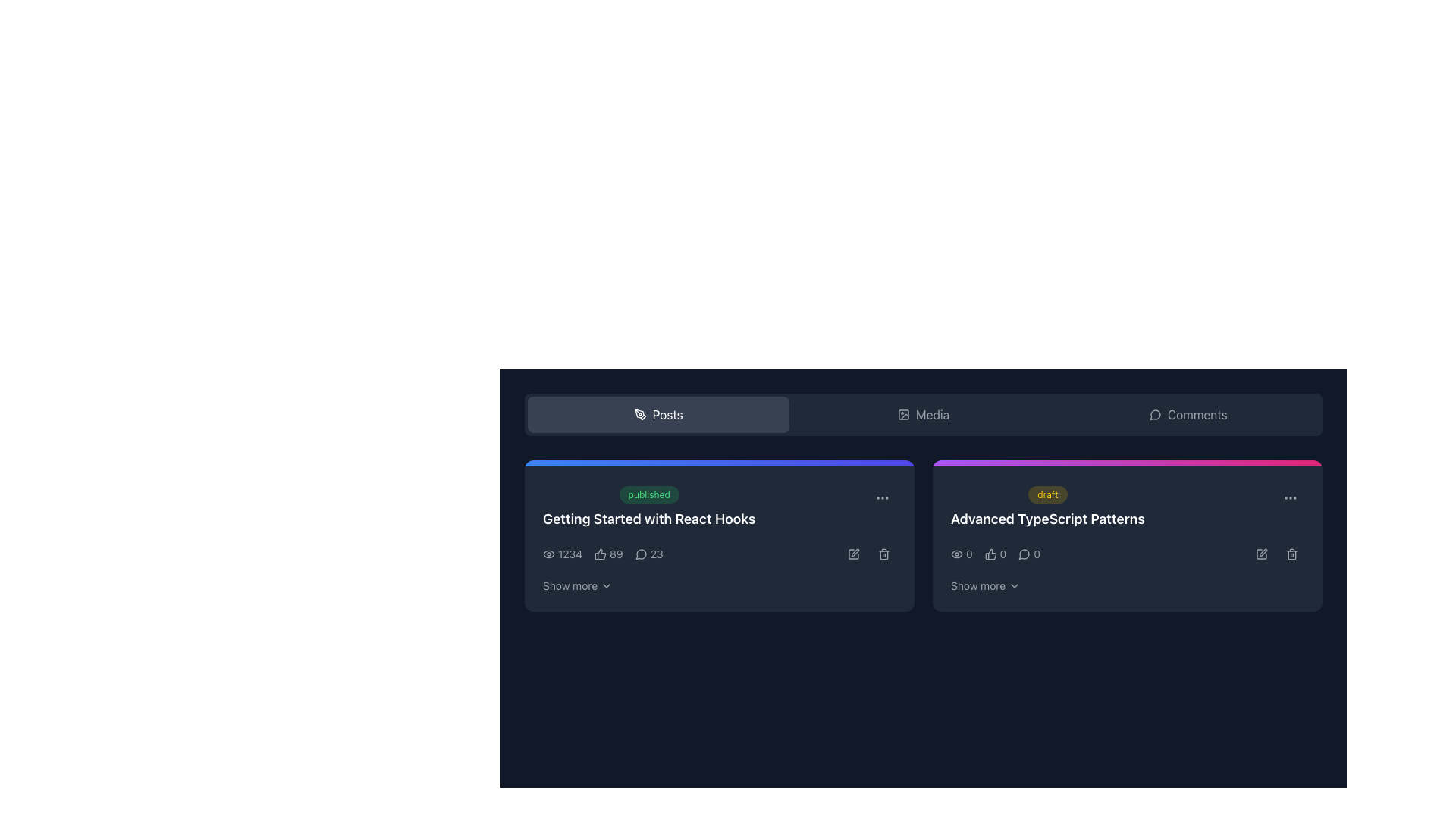 This screenshot has width=1456, height=819. I want to click on the speech bubble icon indicating zero comments located in the lower section of the second post card on the right side of the interface, so click(1029, 554).